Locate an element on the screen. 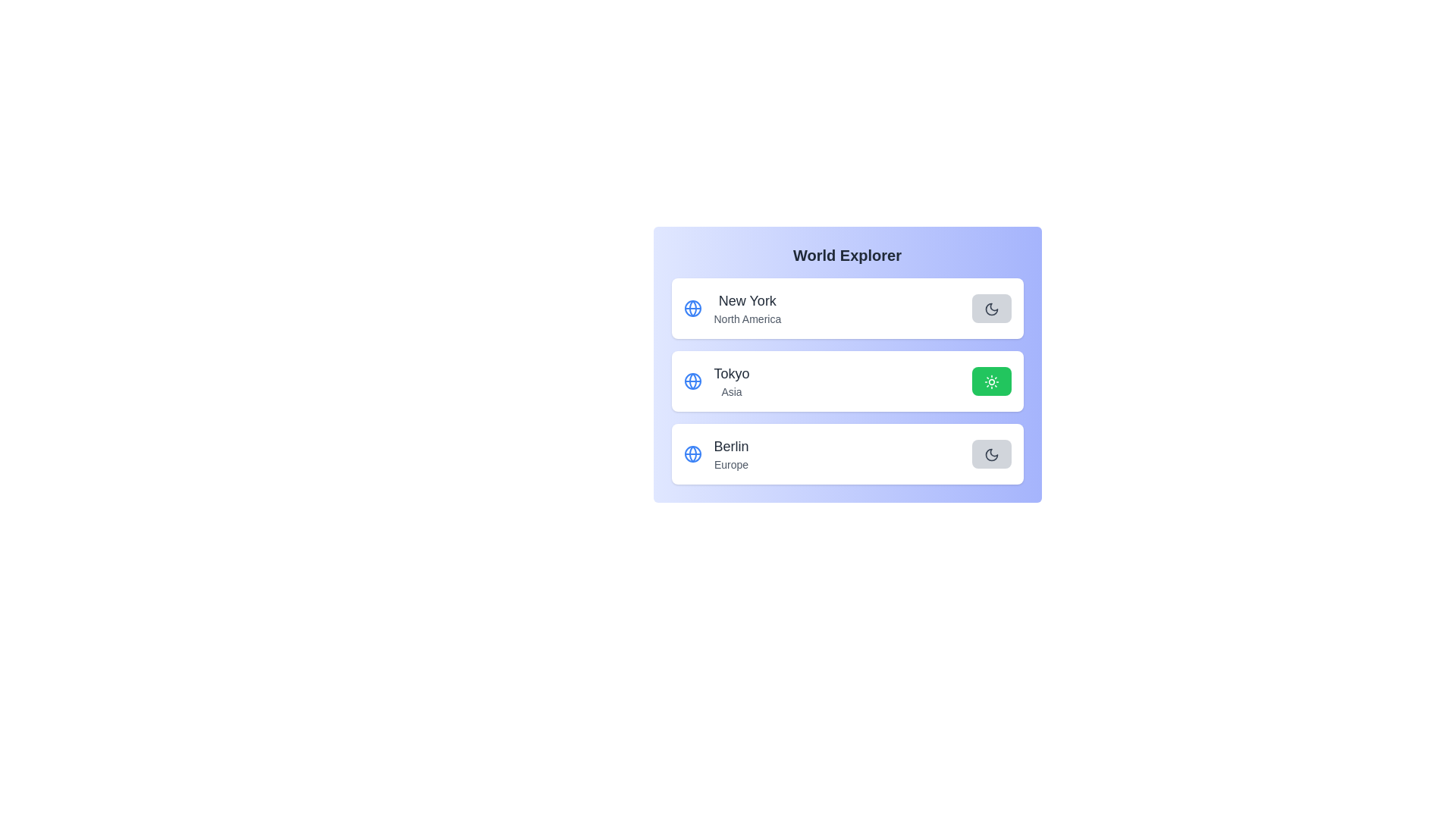 This screenshot has width=1456, height=819. the list item corresponding to Berlin is located at coordinates (846, 453).